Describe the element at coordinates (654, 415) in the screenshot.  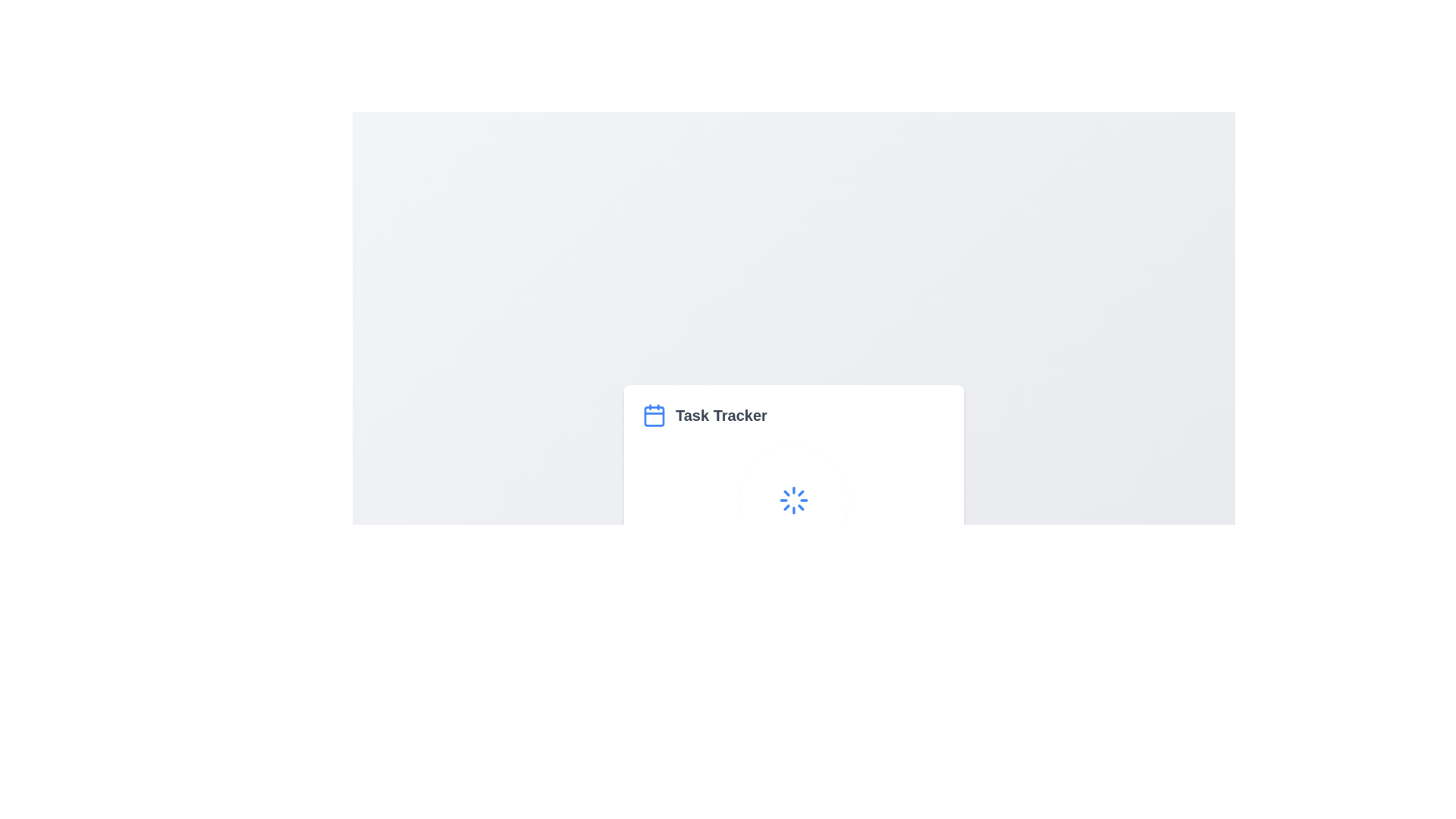
I see `the calendar icon associated with the 'Task Tracker' label, located to the left of the text within the 'Task Tracker' section` at that location.